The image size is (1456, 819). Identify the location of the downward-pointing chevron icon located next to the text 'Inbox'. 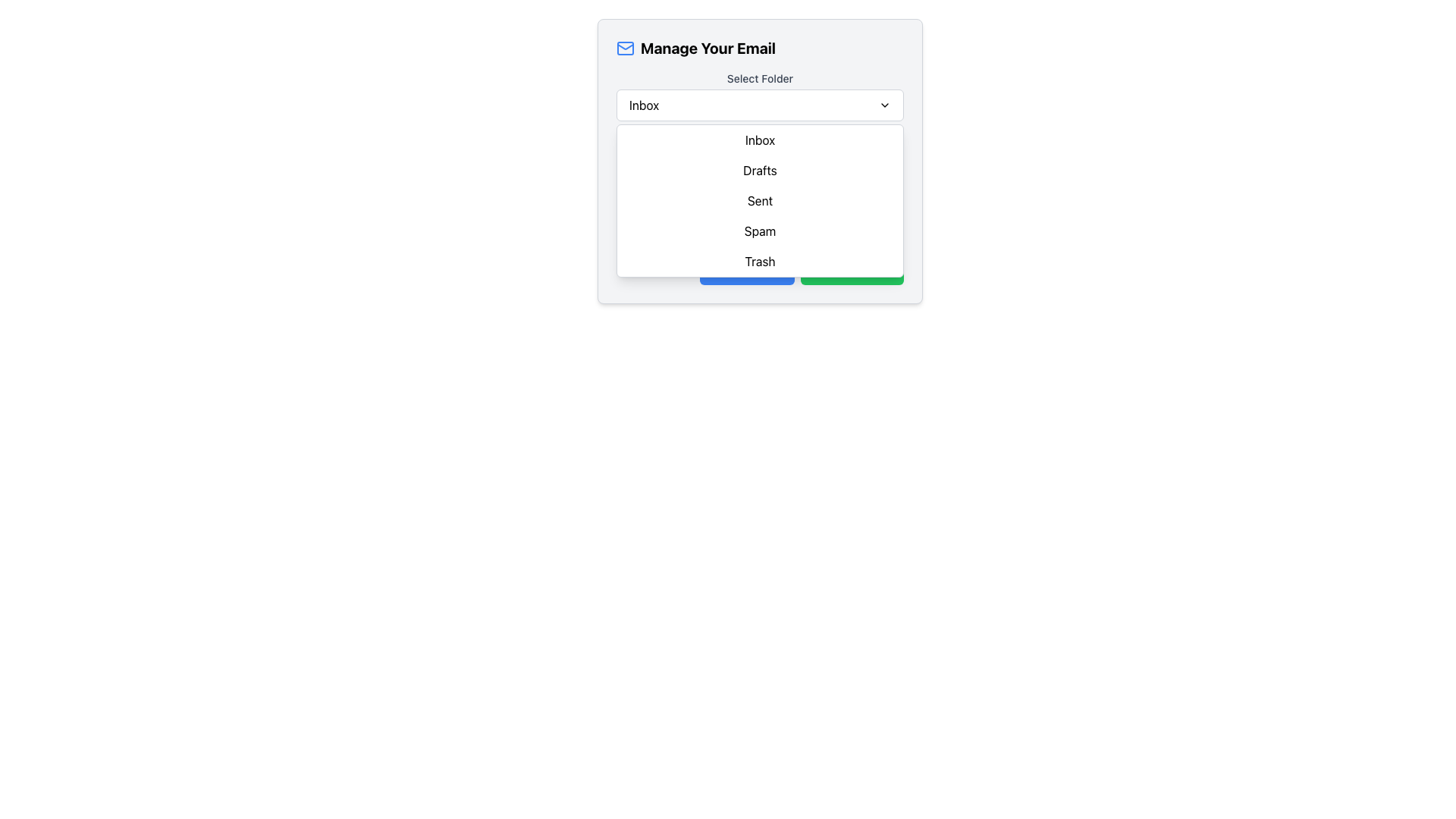
(884, 104).